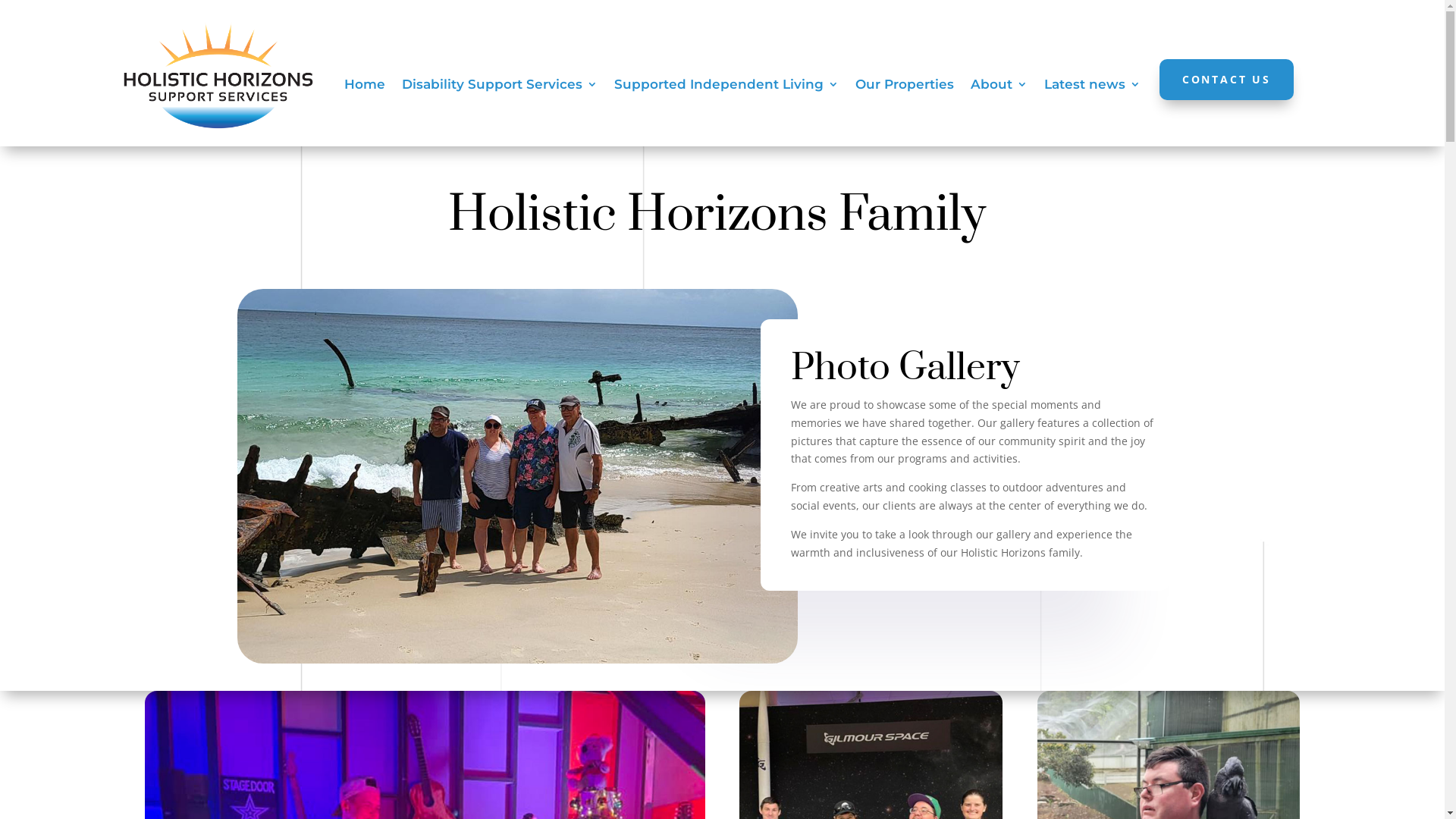  Describe the element at coordinates (905, 87) in the screenshot. I see `'Our Properties'` at that location.